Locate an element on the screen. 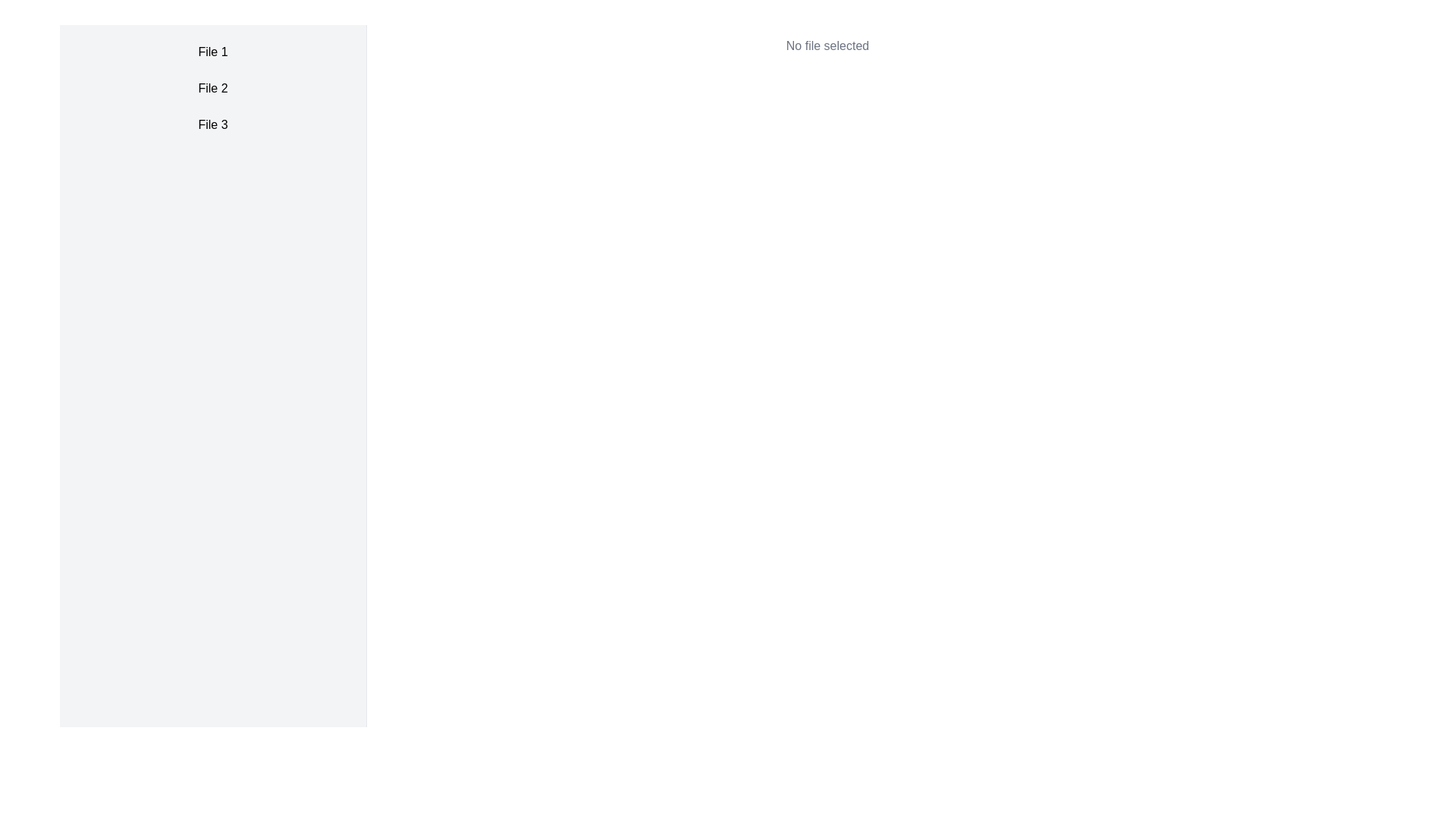 Image resolution: width=1456 pixels, height=819 pixels. the first list item labeled 'File 1' is located at coordinates (212, 52).